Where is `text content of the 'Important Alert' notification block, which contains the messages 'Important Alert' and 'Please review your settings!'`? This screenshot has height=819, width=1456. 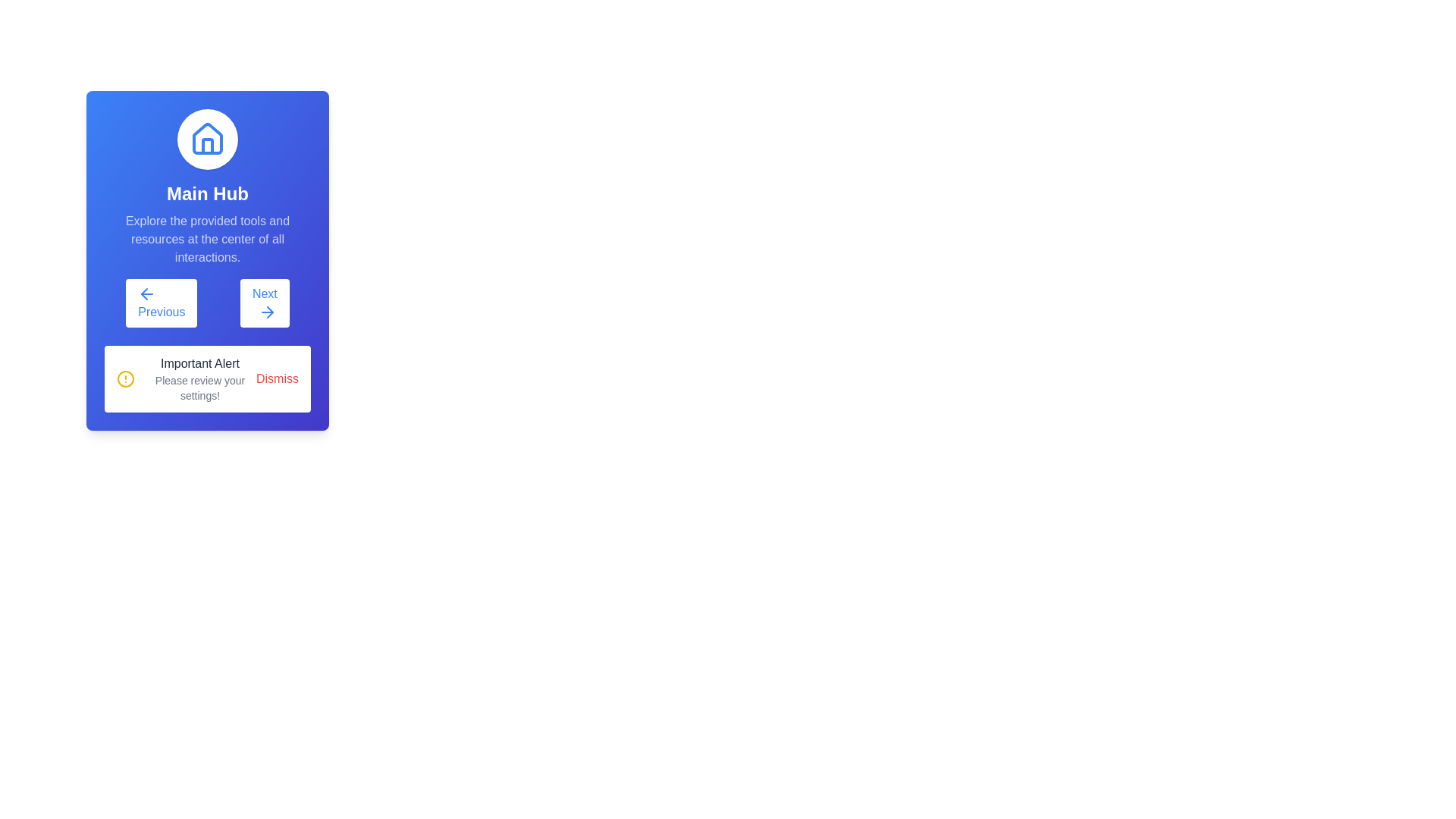 text content of the 'Important Alert' notification block, which contains the messages 'Important Alert' and 'Please review your settings!' is located at coordinates (199, 378).